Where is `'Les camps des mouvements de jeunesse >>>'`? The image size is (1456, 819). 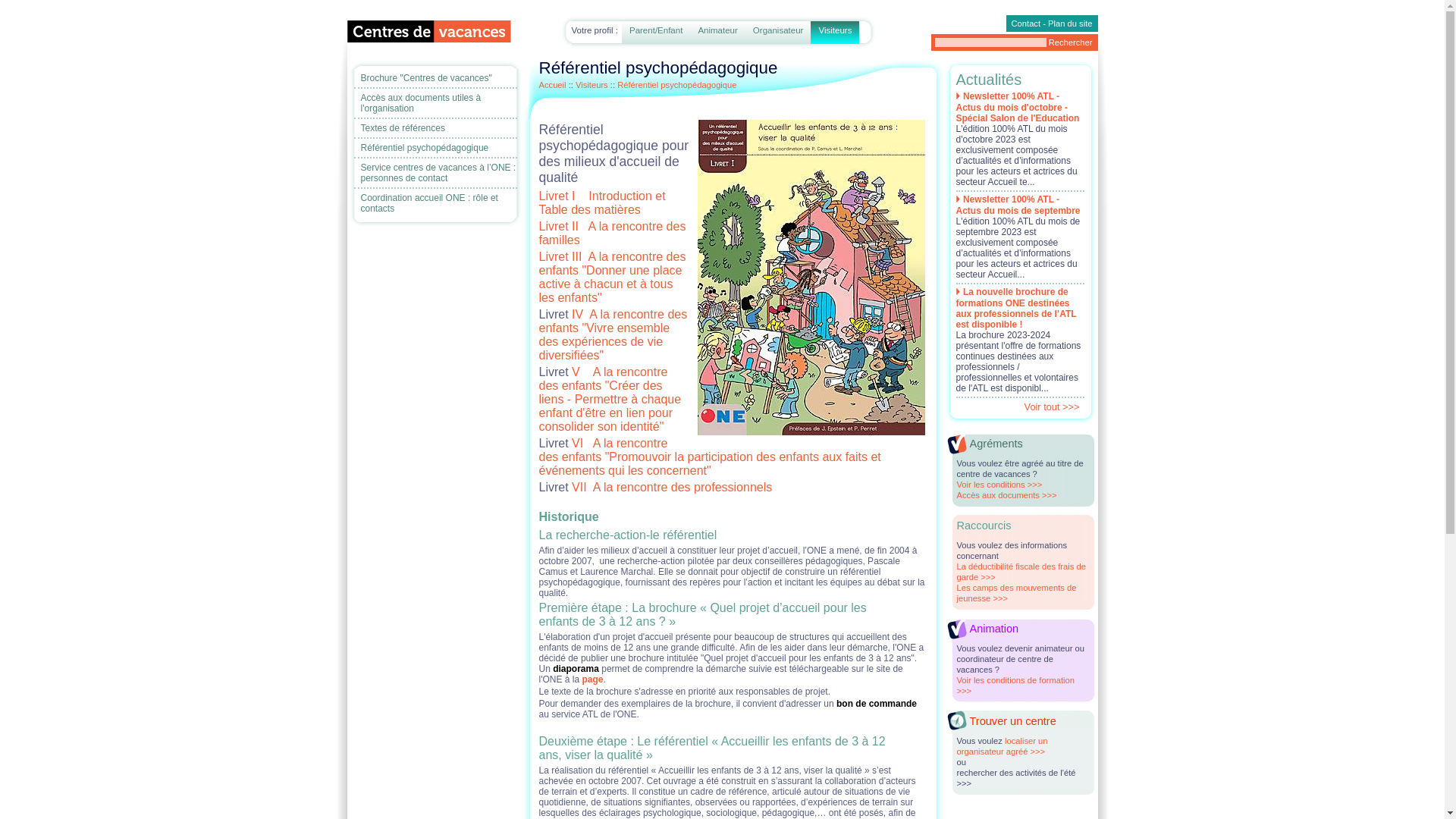 'Les camps des mouvements de jeunesse >>>' is located at coordinates (1016, 592).